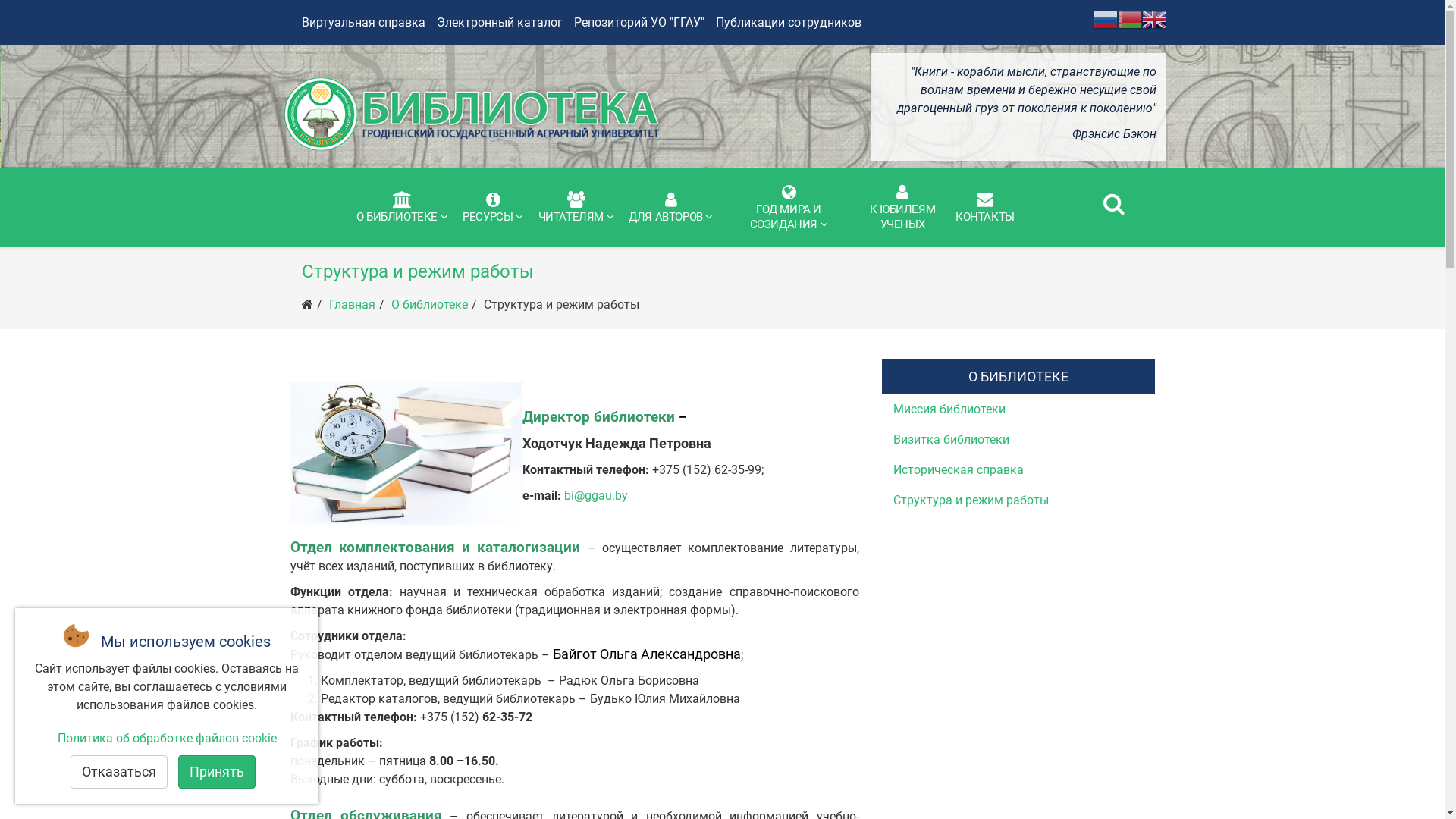 The height and width of the screenshot is (819, 1456). What do you see at coordinates (1093, 18) in the screenshot?
I see `'Russian'` at bounding box center [1093, 18].